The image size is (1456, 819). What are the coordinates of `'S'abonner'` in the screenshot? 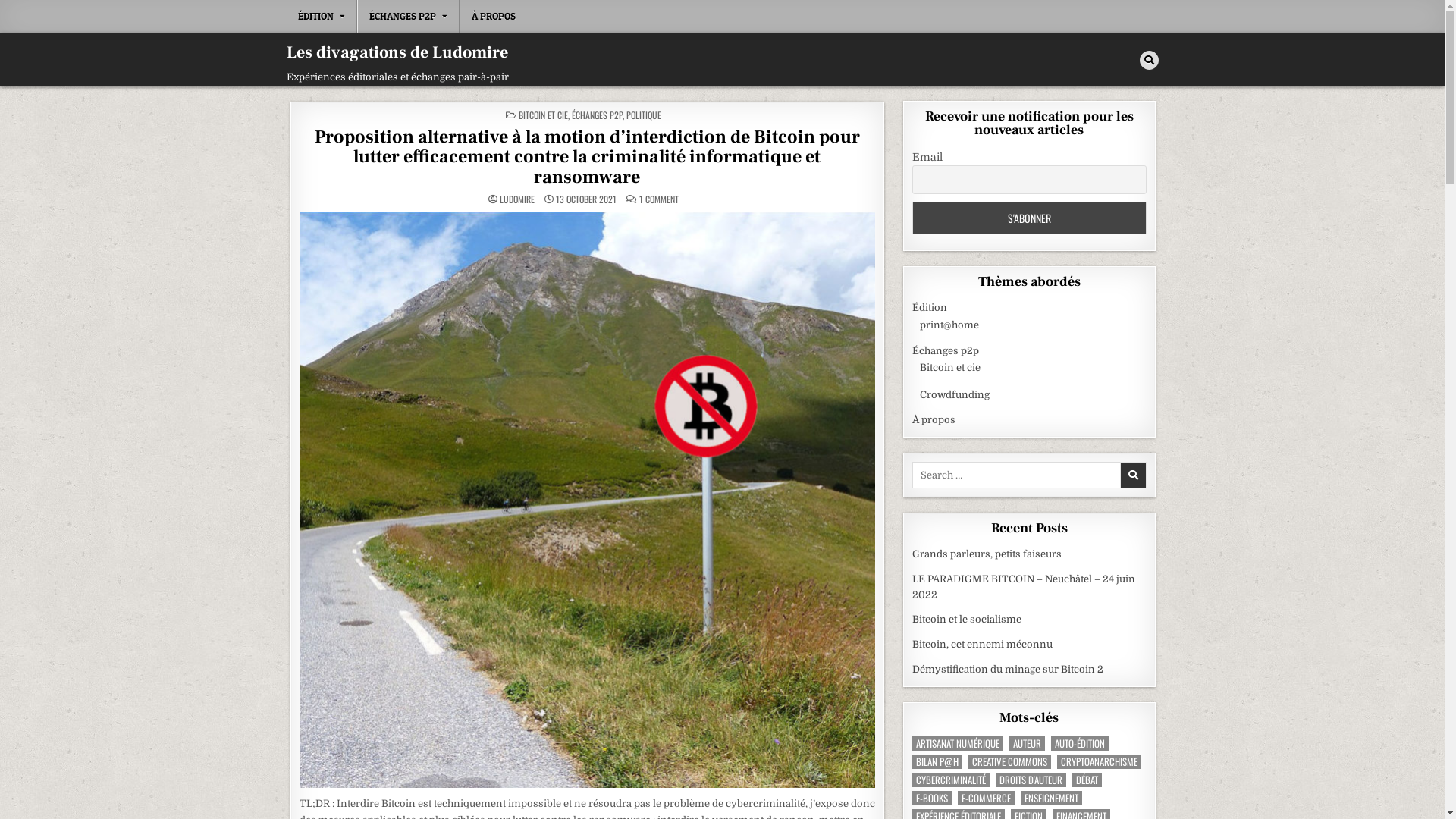 It's located at (1029, 218).